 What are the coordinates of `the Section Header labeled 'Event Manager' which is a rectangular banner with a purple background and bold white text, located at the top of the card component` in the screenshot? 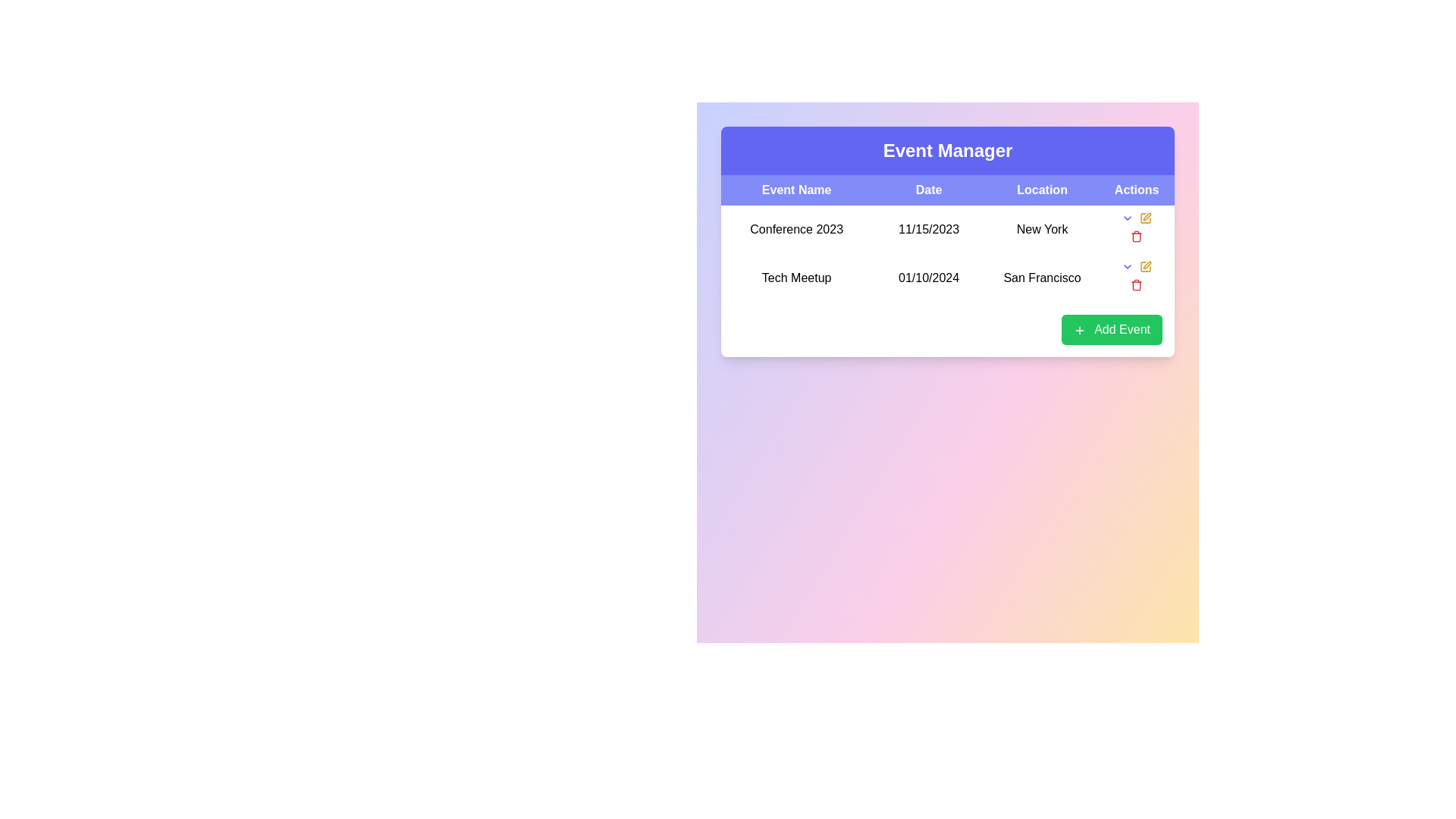 It's located at (946, 151).